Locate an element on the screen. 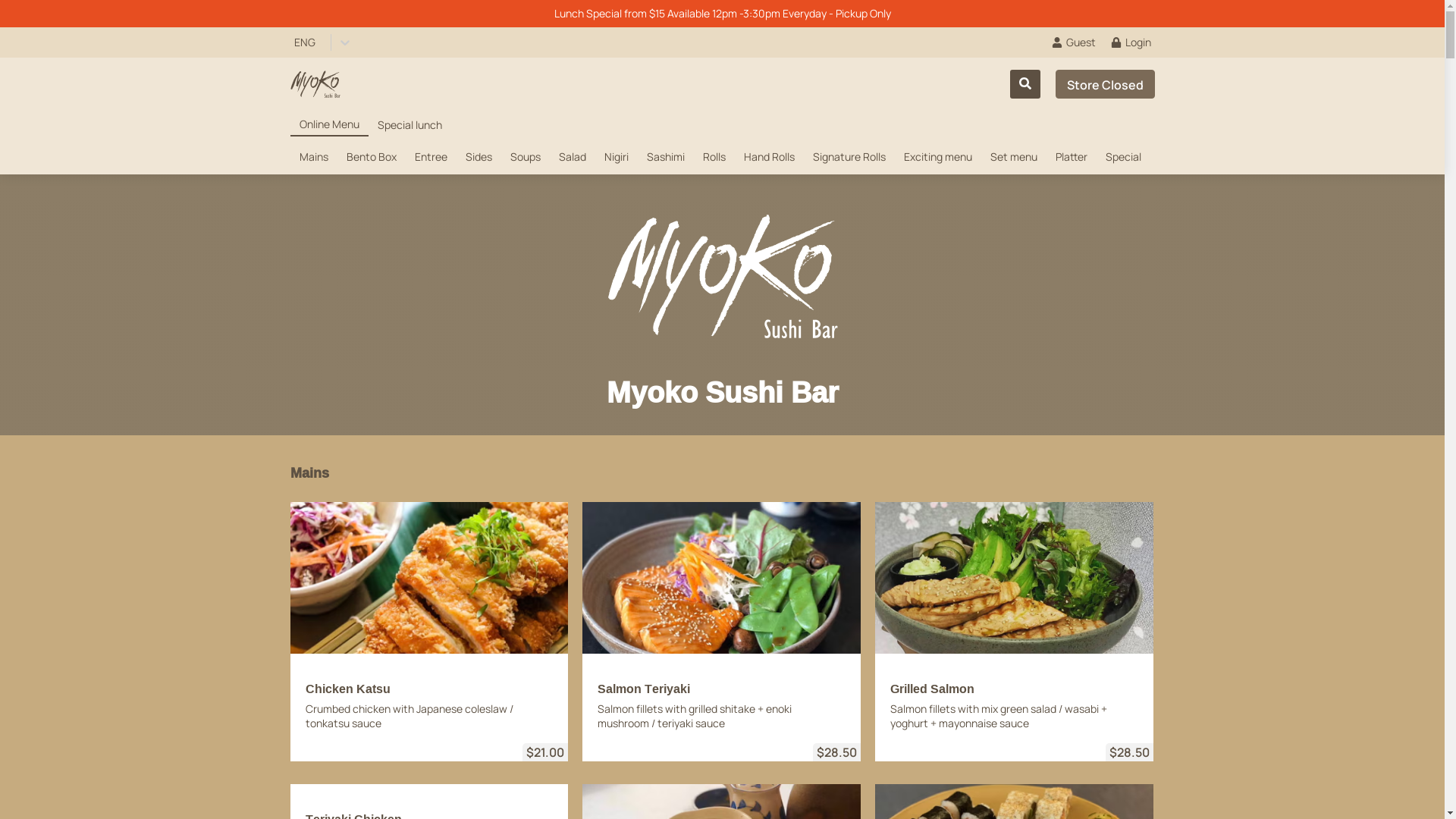 This screenshot has height=819, width=1456. 'Store Closed' is located at coordinates (1105, 84).